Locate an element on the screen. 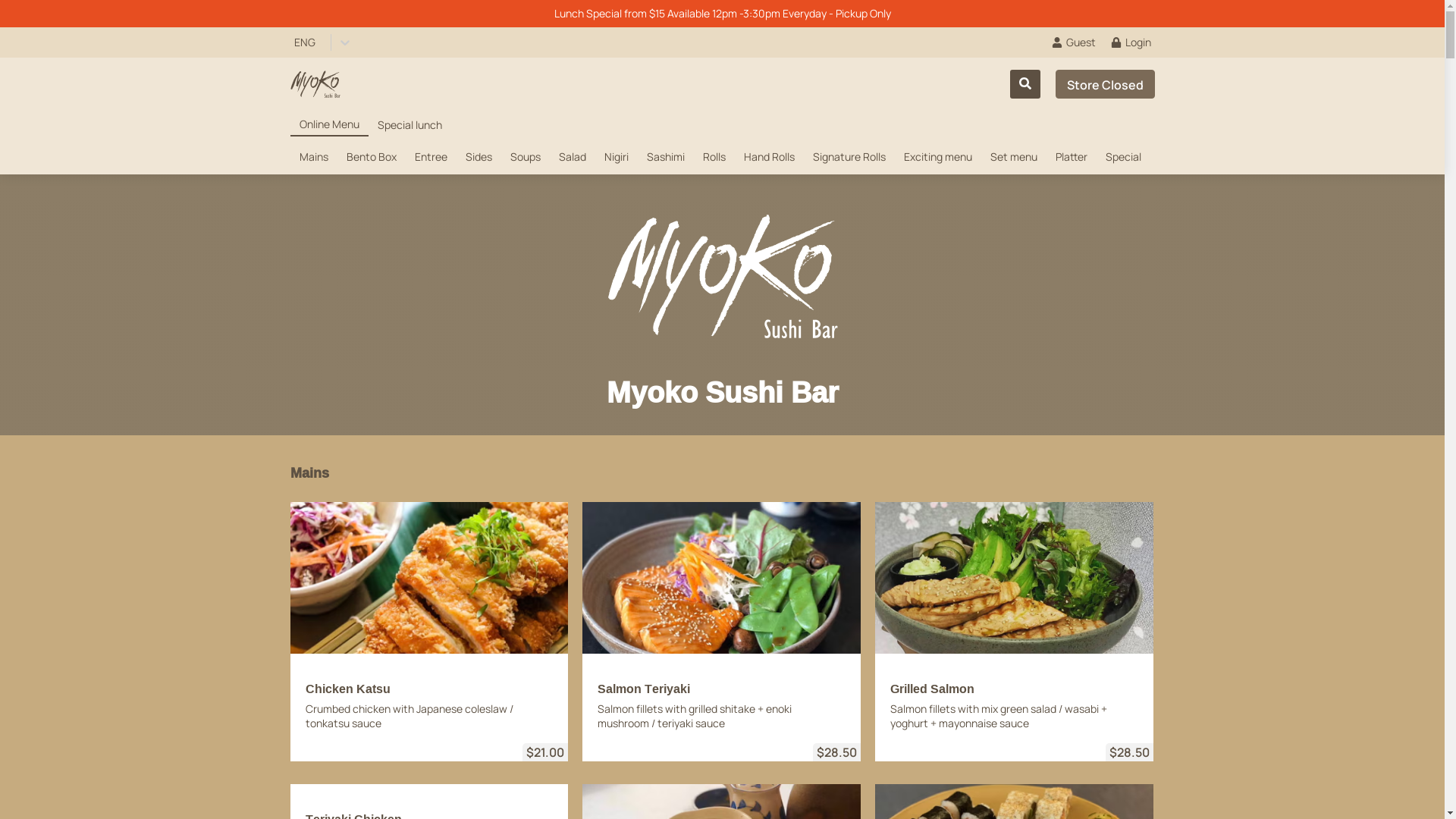 This screenshot has height=819, width=1456. 'Store Closed' is located at coordinates (1105, 84).